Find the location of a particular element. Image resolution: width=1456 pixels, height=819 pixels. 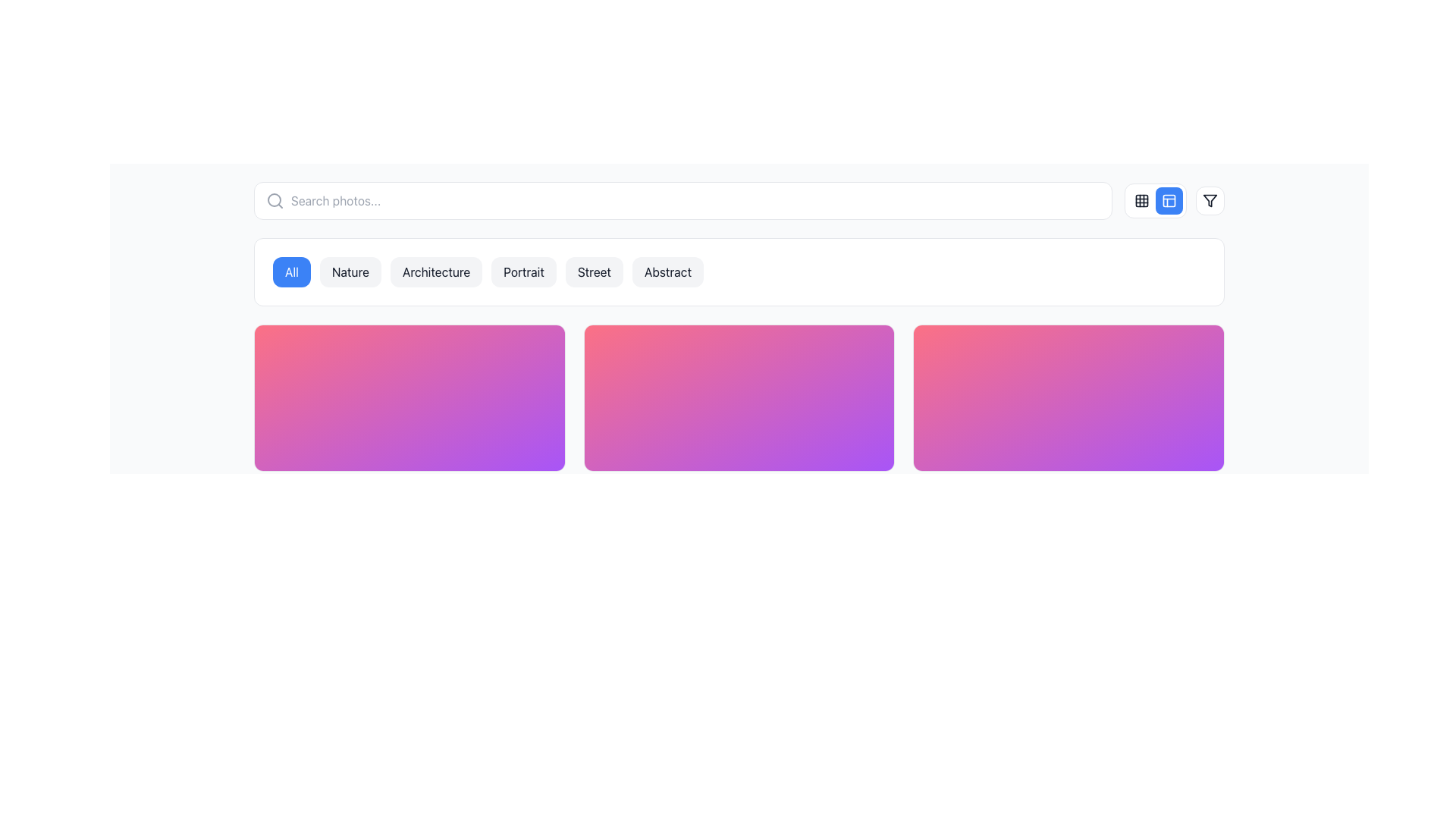

the 'Portrait' button, which is the fourth button from the left in a row of six, to trigger a visual change is located at coordinates (524, 271).